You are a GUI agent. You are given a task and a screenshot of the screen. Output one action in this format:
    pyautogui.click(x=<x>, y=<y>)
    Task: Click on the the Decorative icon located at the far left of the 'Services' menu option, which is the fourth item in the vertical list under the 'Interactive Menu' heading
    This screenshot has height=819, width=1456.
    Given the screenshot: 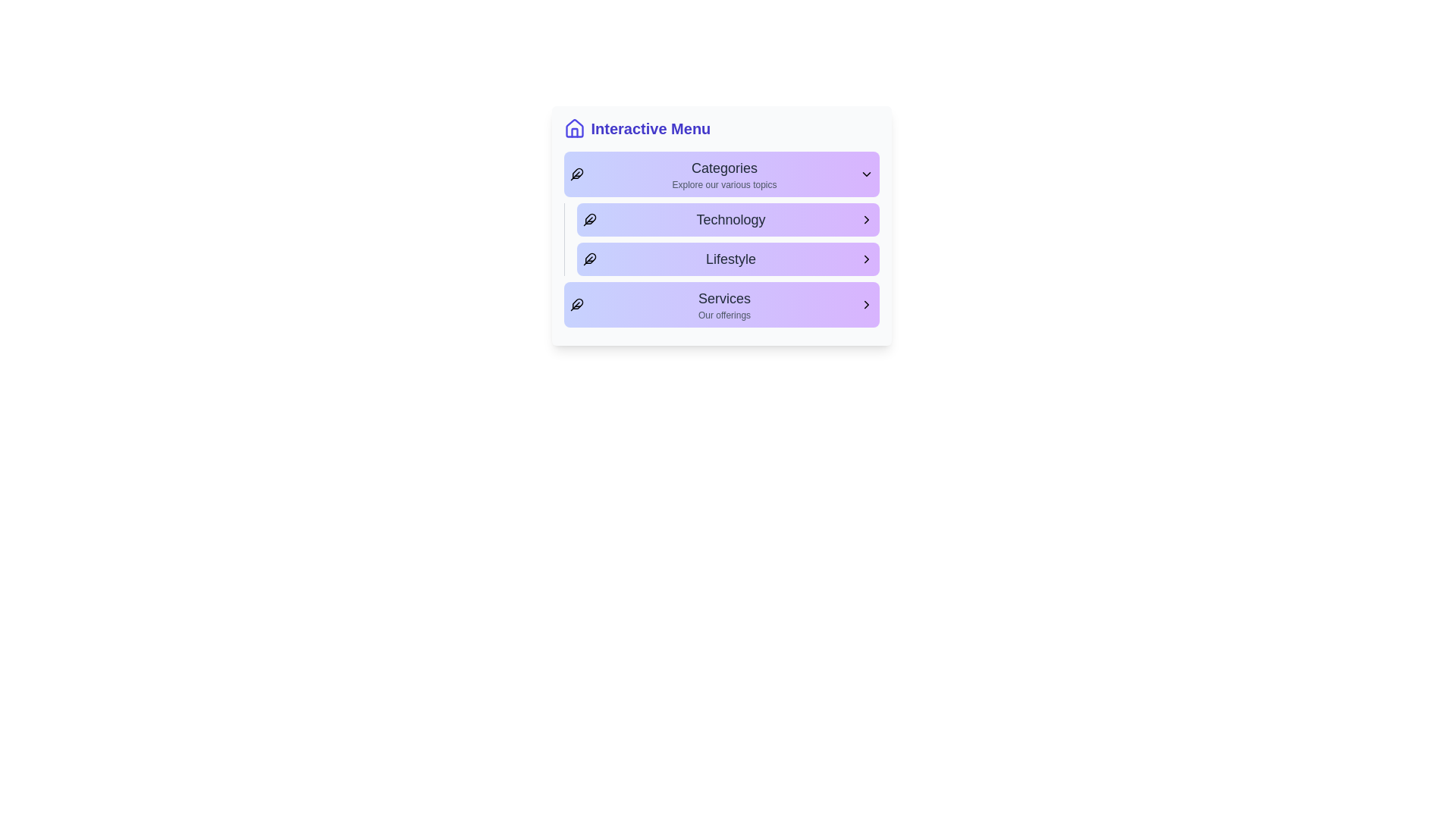 What is the action you would take?
    pyautogui.click(x=576, y=304)
    